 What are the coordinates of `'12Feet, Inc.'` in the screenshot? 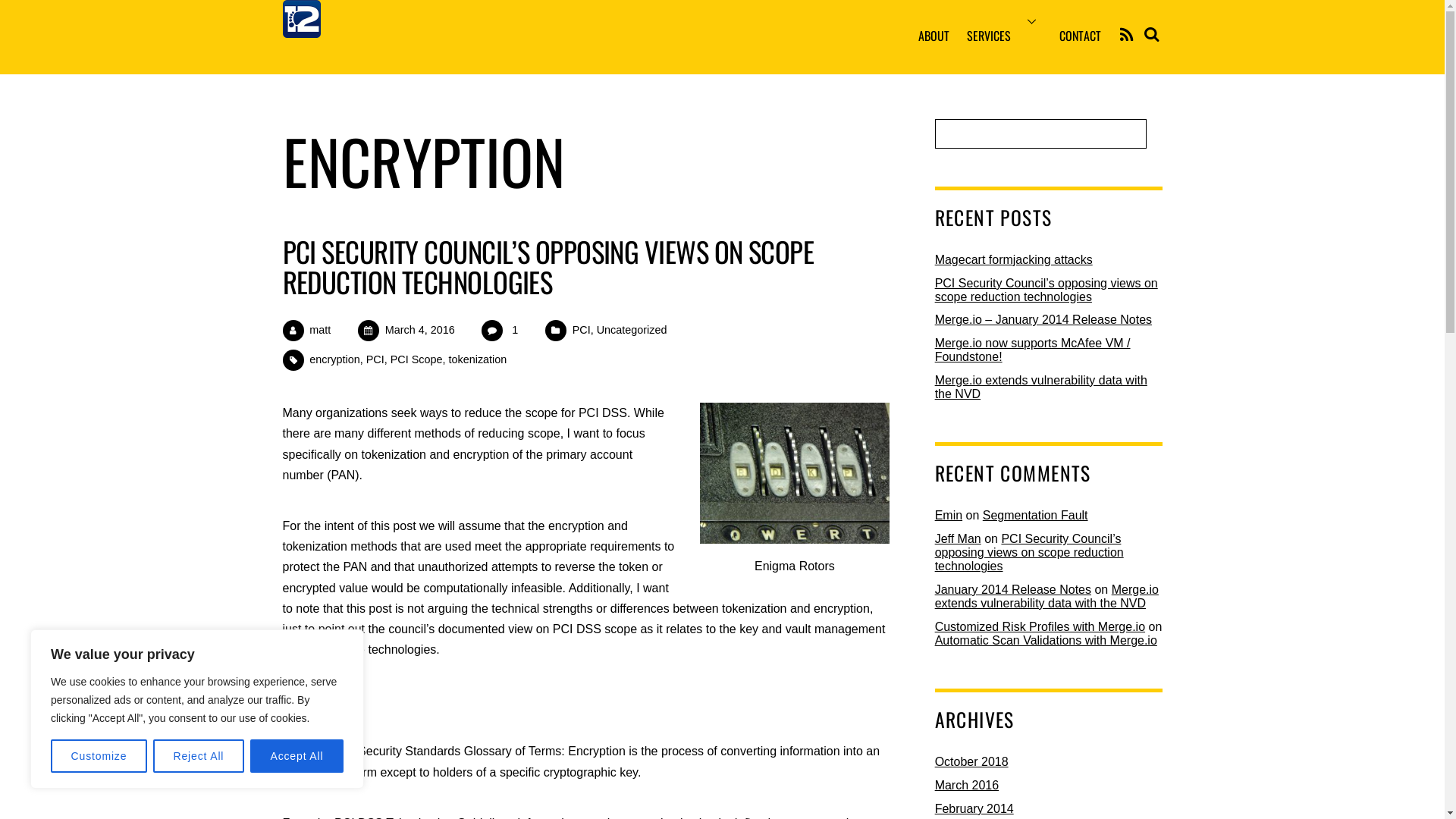 It's located at (282, 26).